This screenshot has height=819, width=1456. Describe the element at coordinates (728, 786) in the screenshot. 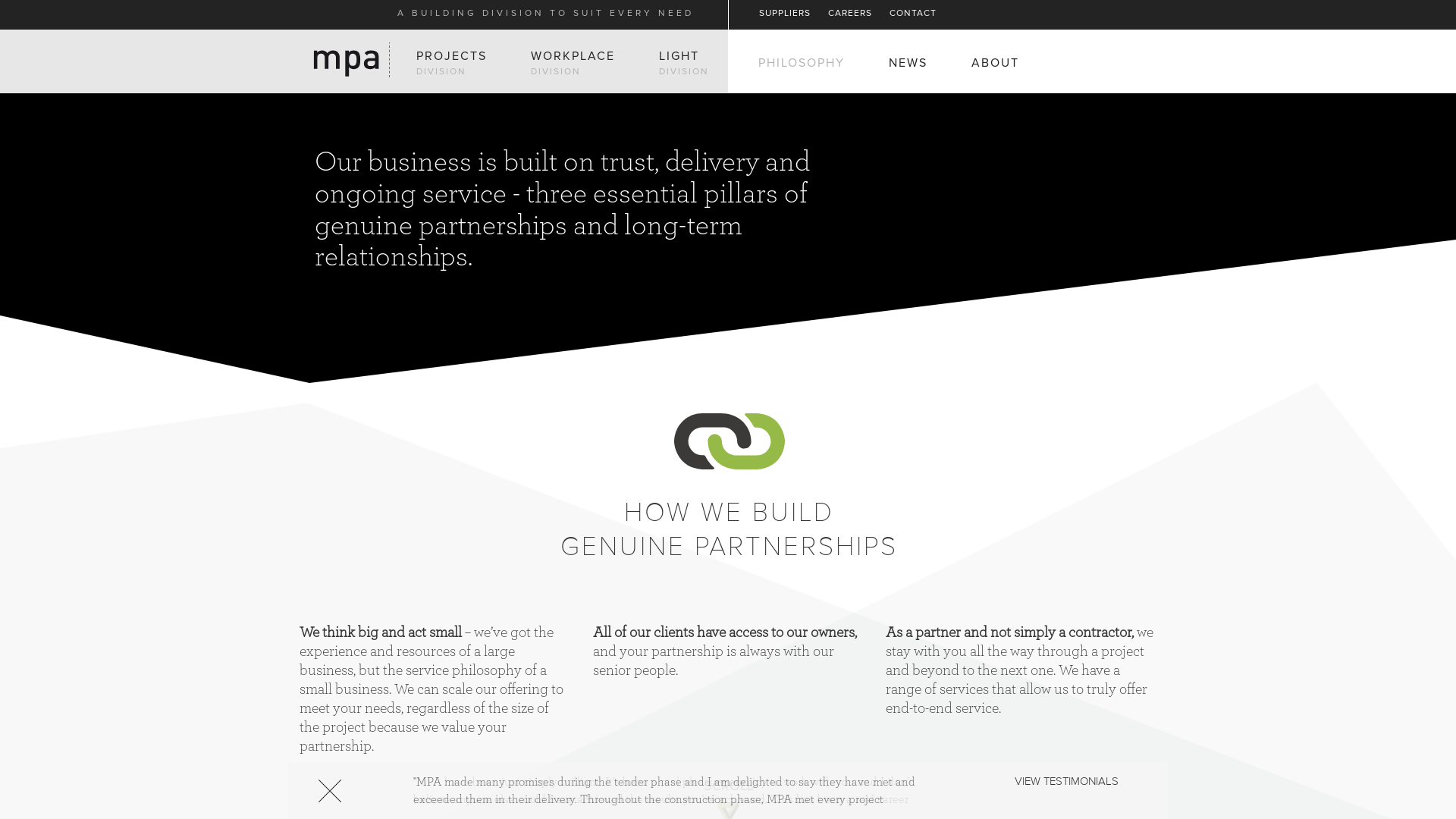

I see `'SCROLL'` at that location.